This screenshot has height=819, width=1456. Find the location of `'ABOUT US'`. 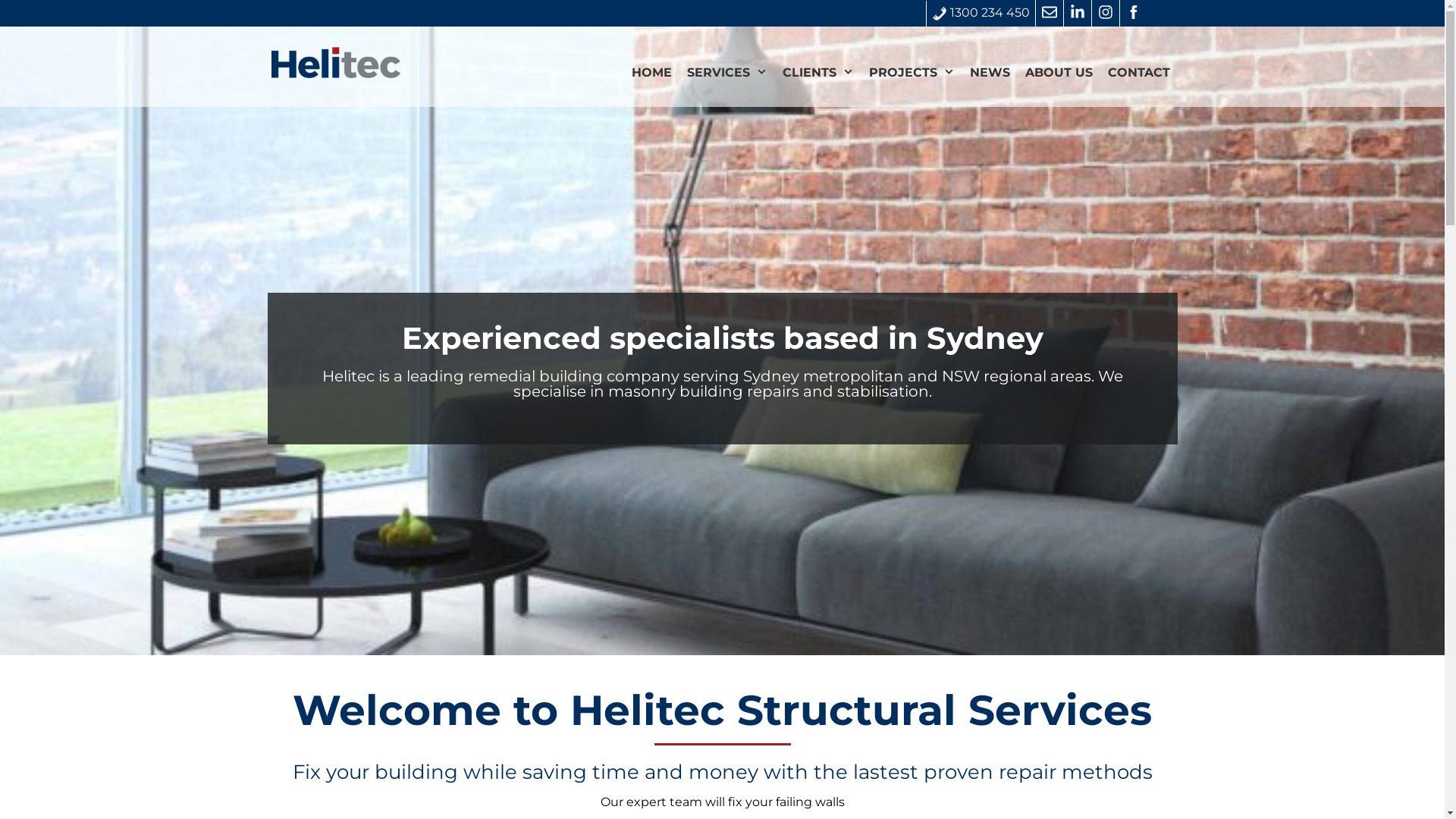

'ABOUT US' is located at coordinates (1058, 73).